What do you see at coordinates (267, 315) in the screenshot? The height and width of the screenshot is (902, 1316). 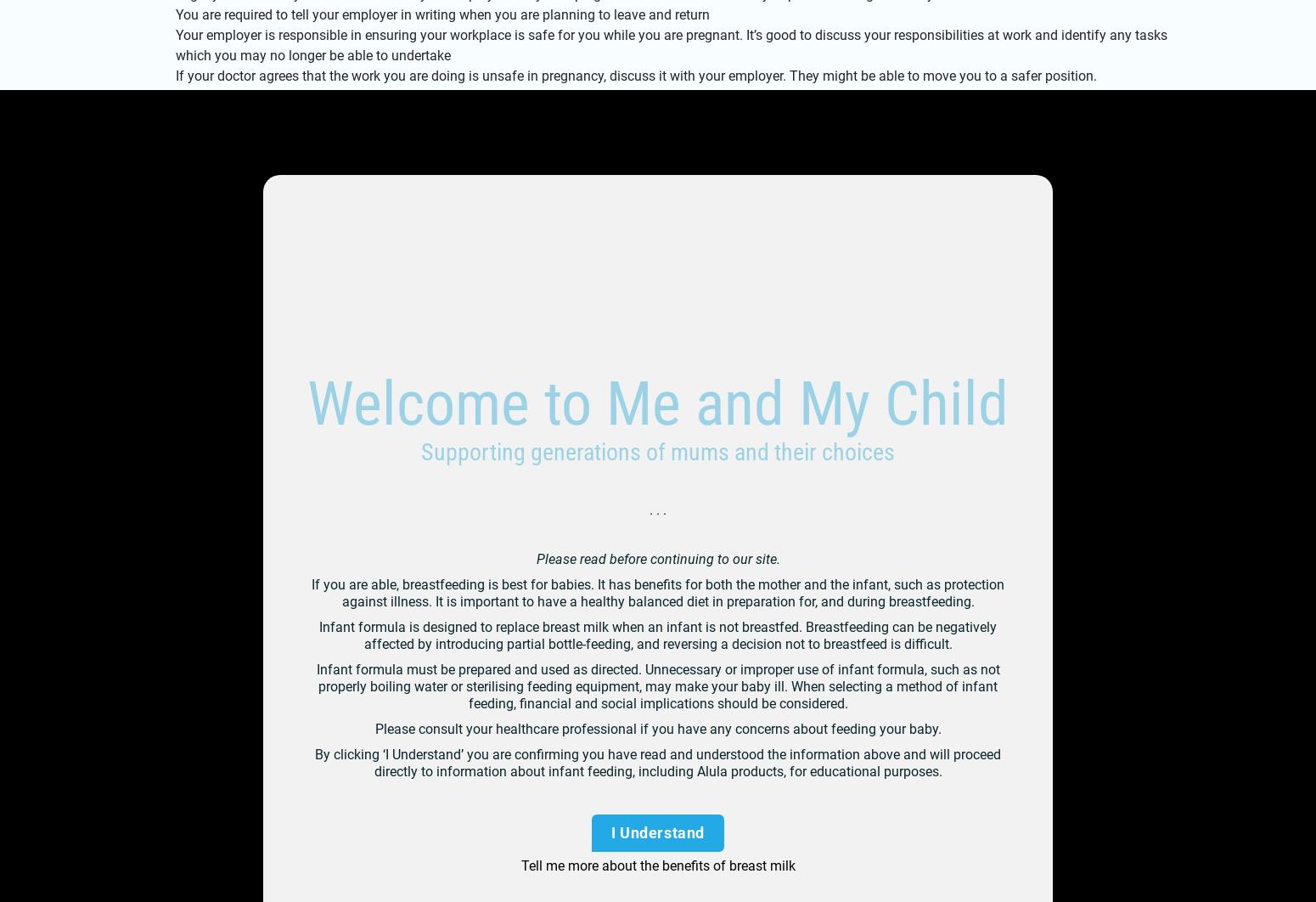 I see `'1800 552 229'` at bounding box center [267, 315].